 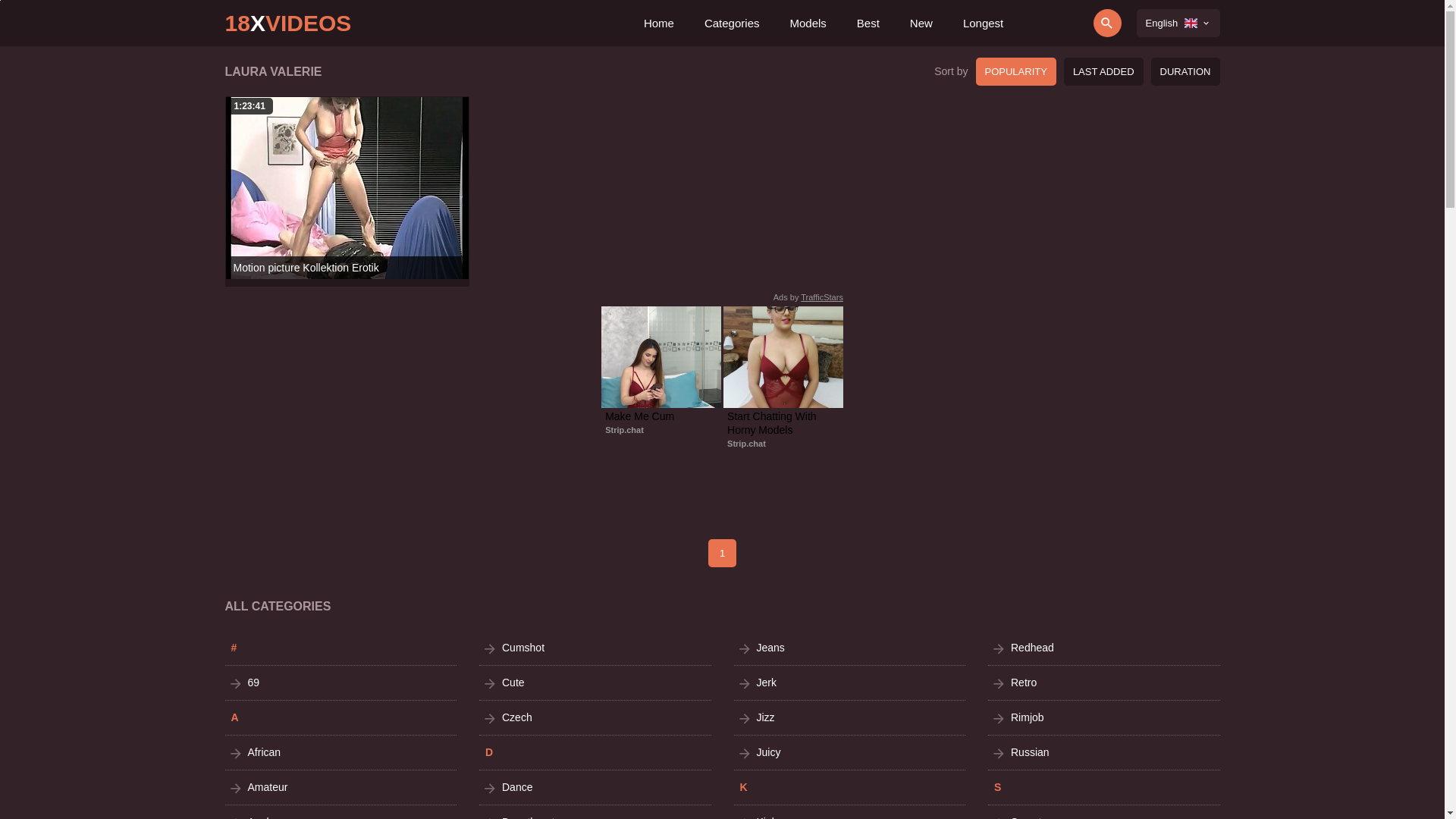 What do you see at coordinates (595, 648) in the screenshot?
I see `'Cumshot'` at bounding box center [595, 648].